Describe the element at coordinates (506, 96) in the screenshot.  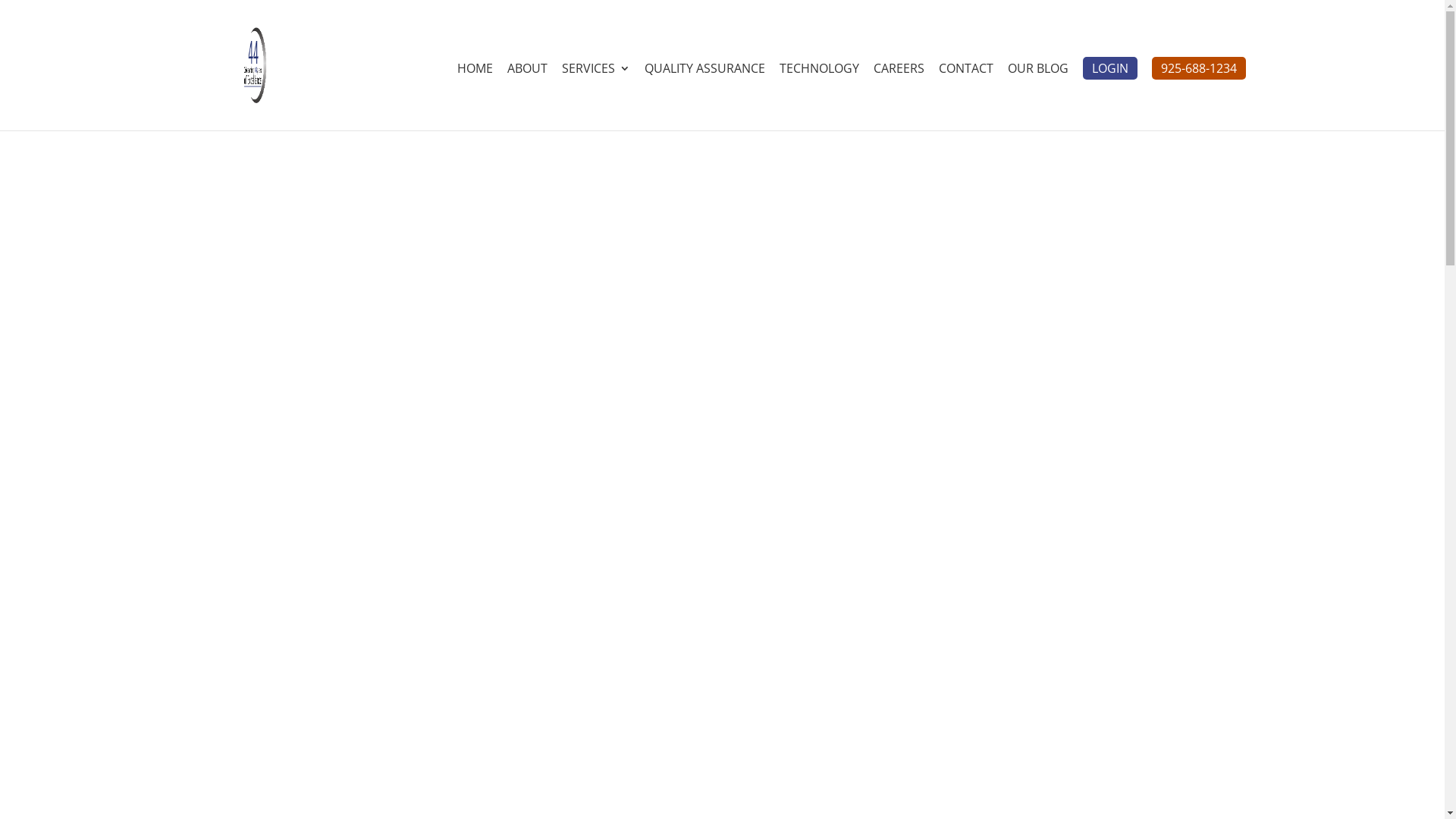
I see `'ABOUT'` at that location.